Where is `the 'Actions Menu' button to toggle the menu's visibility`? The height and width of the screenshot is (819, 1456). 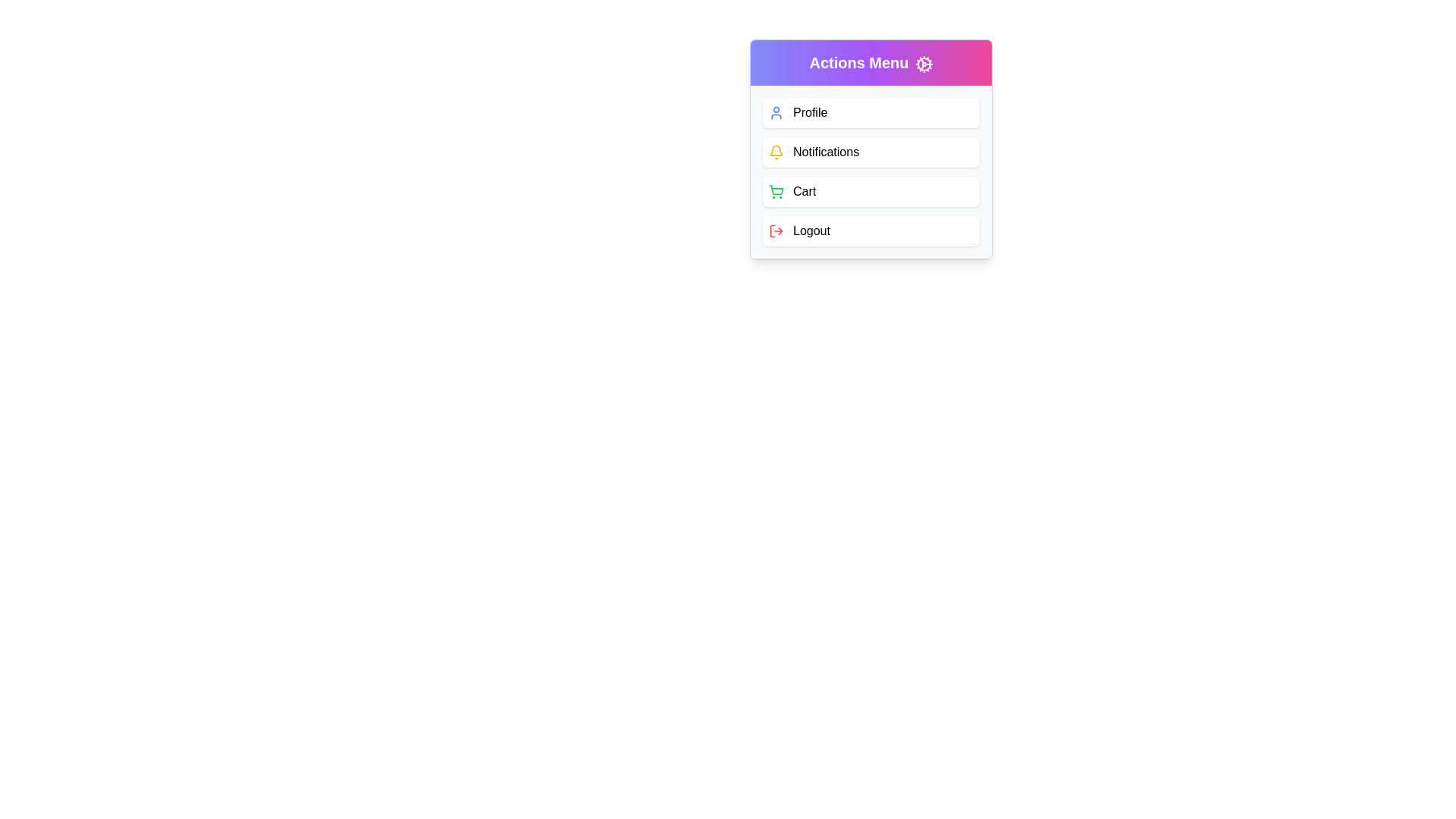 the 'Actions Menu' button to toggle the menu's visibility is located at coordinates (871, 62).